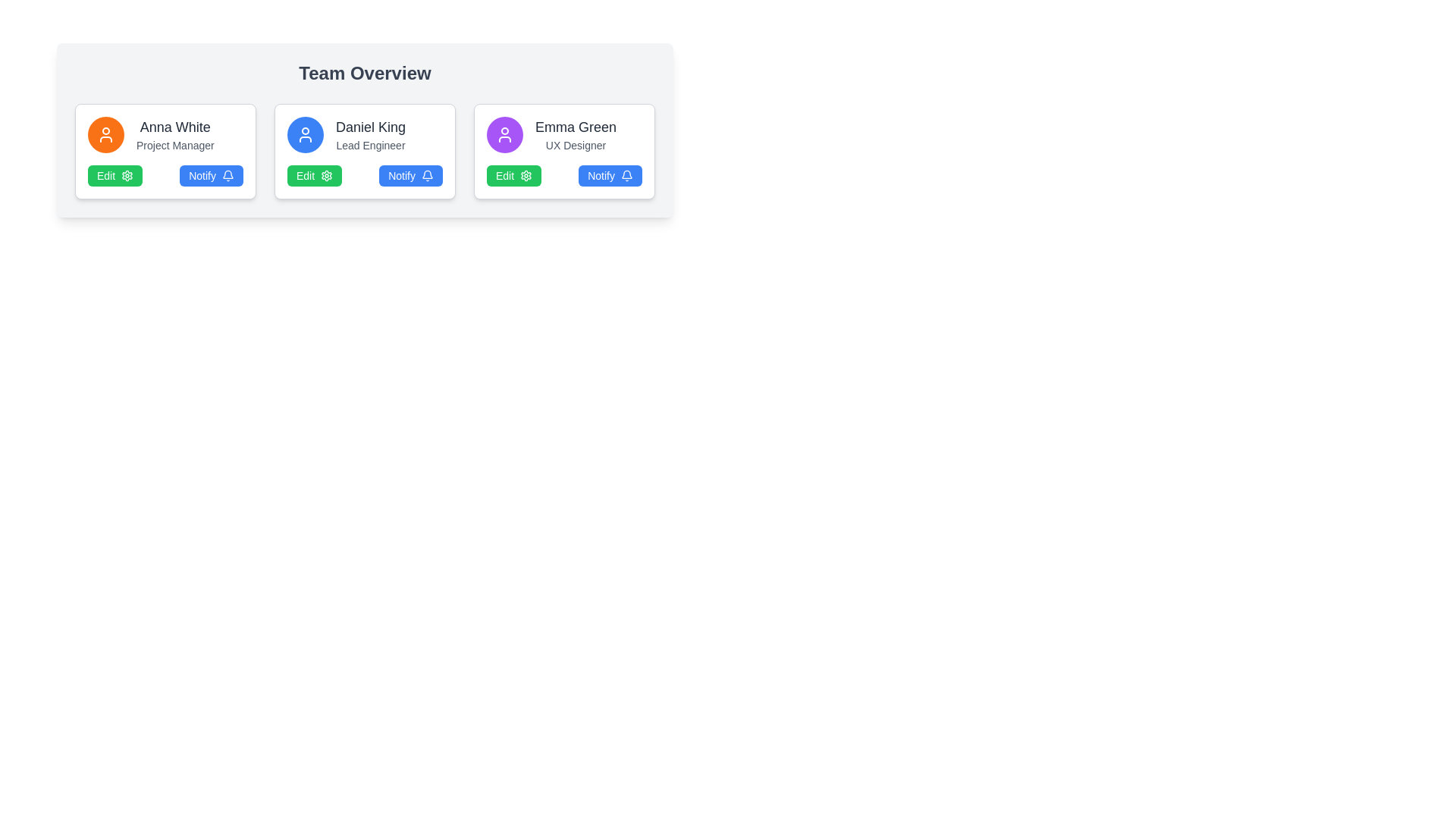 The width and height of the screenshot is (1456, 819). What do you see at coordinates (165, 152) in the screenshot?
I see `the 'Edit' button on Anna White's Profile Card, which is the first card in the Team Overview section` at bounding box center [165, 152].